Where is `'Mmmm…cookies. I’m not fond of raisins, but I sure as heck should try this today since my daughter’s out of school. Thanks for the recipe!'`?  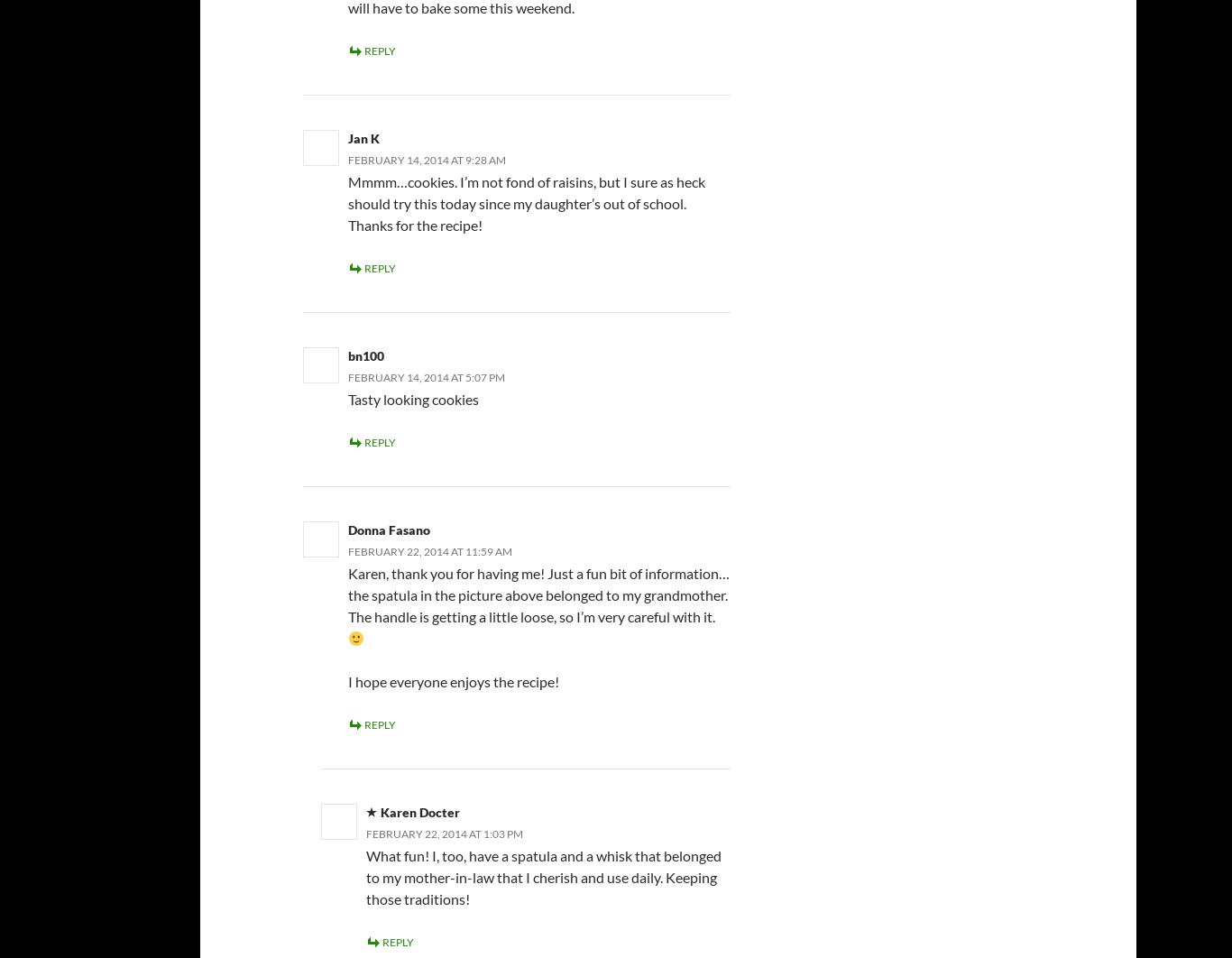
'Mmmm…cookies. I’m not fond of raisins, but I sure as heck should try this today since my daughter’s out of school. Thanks for the recipe!' is located at coordinates (525, 203).